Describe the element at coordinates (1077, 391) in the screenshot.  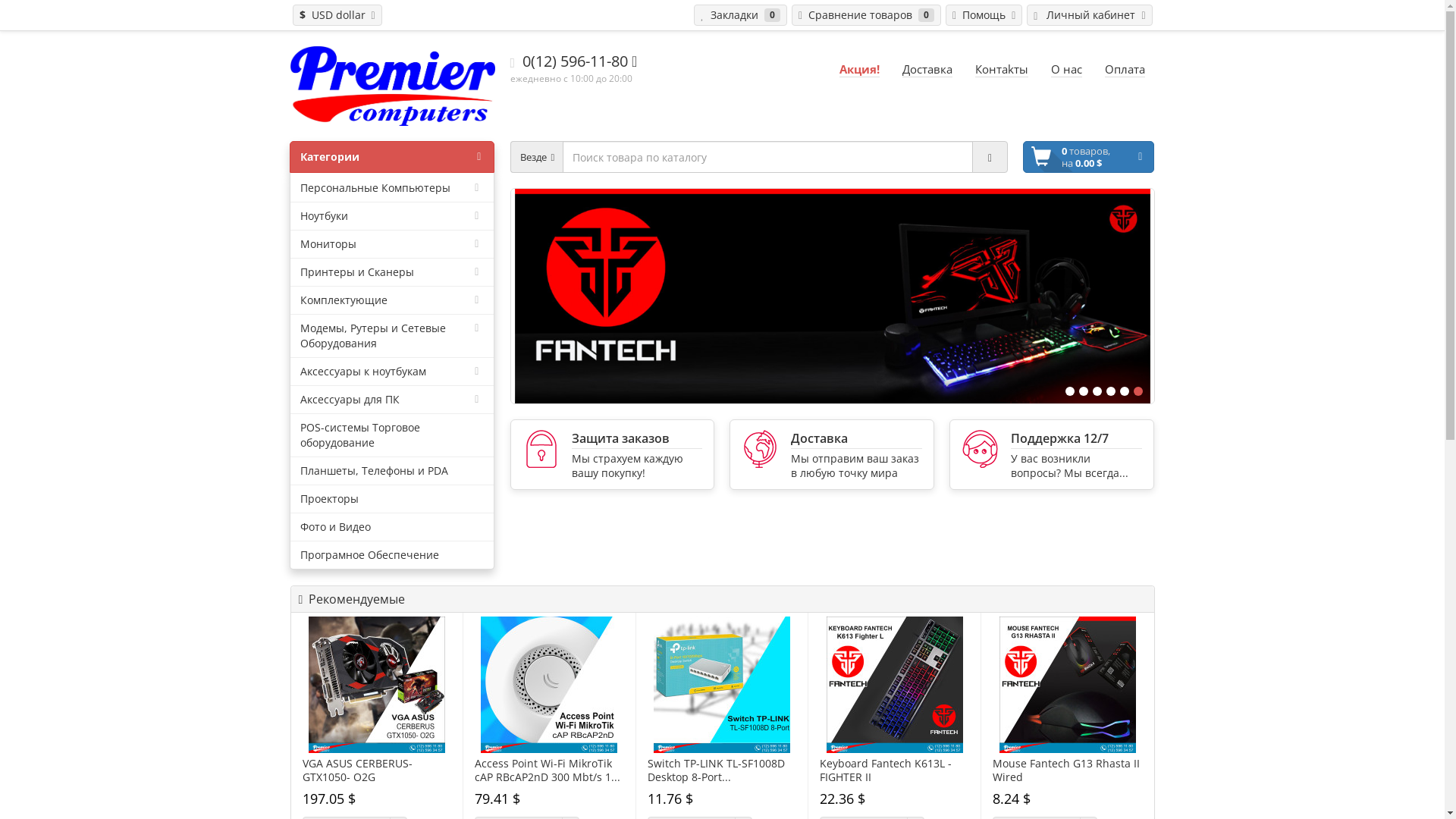
I see `'2'` at that location.